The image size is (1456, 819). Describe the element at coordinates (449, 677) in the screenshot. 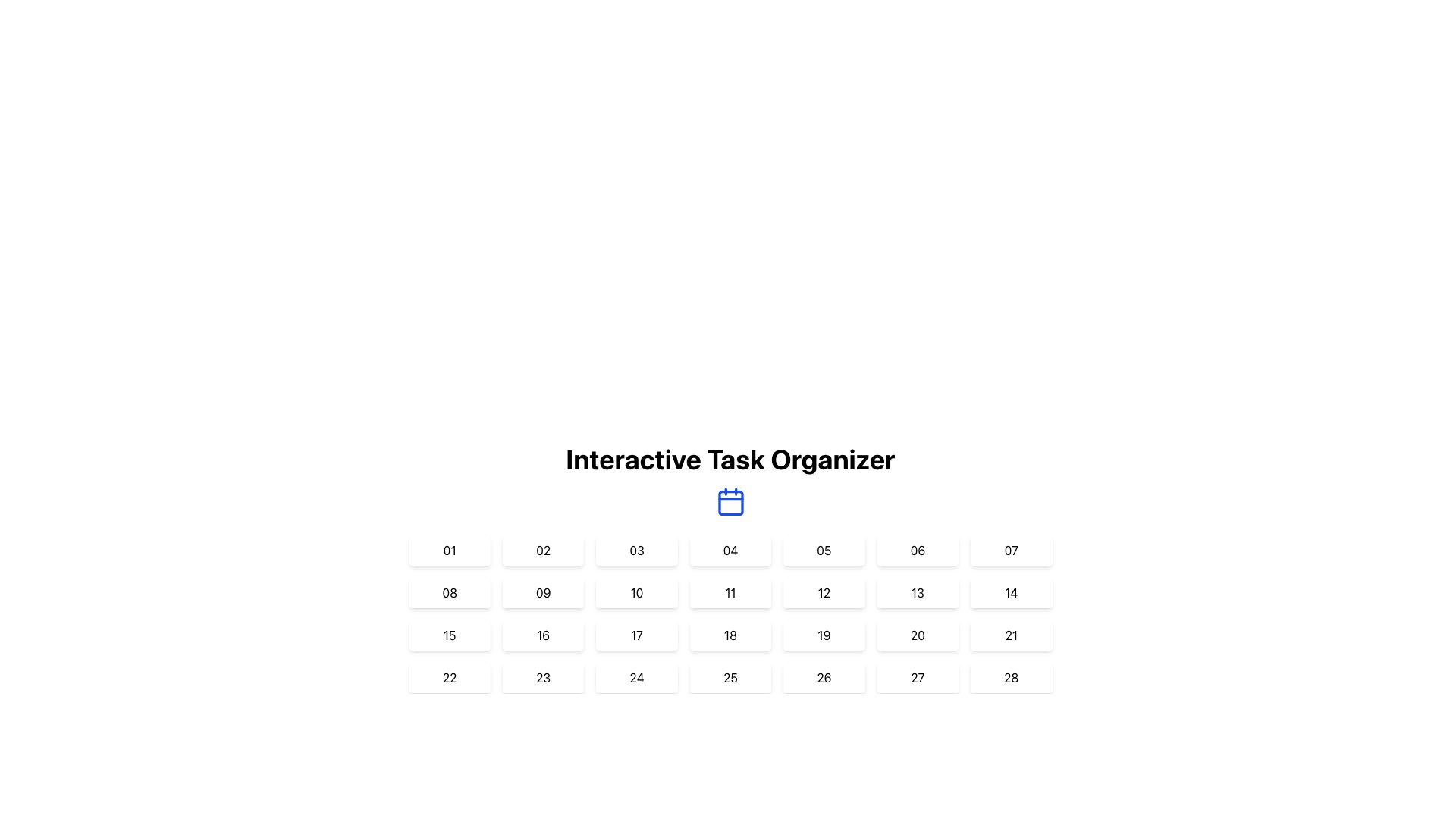

I see `the button displaying '22', which is a rounded box with a light gray background and shadow effect` at that location.